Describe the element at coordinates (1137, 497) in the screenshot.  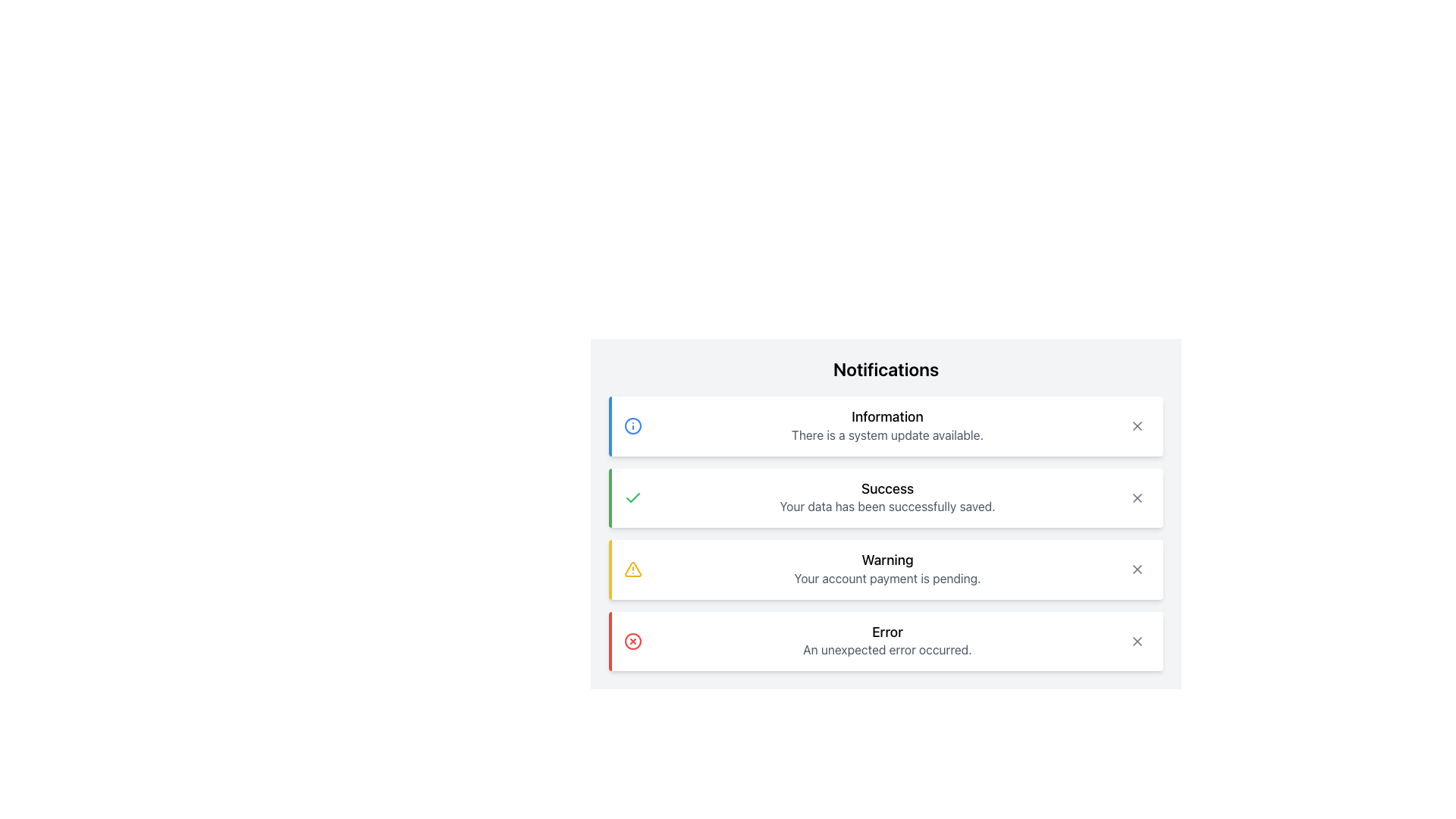
I see `the Close button icon located on the right edge of the success notification row` at that location.